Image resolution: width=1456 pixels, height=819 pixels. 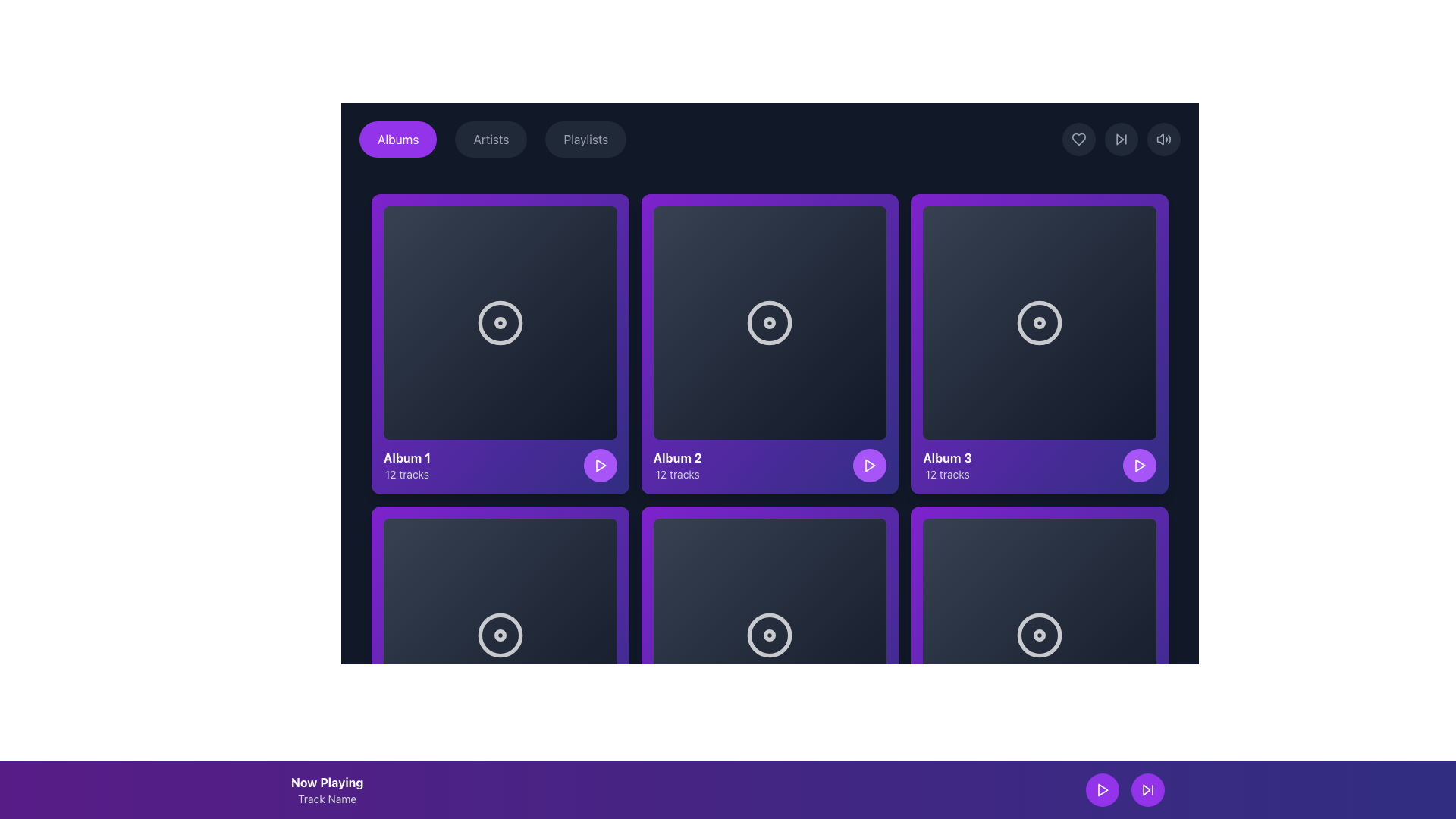 What do you see at coordinates (326, 789) in the screenshot?
I see `information displayed in the Text Display element located in the bottom-left corner of the application layout, which shows the title of the currently playing audio track` at bounding box center [326, 789].